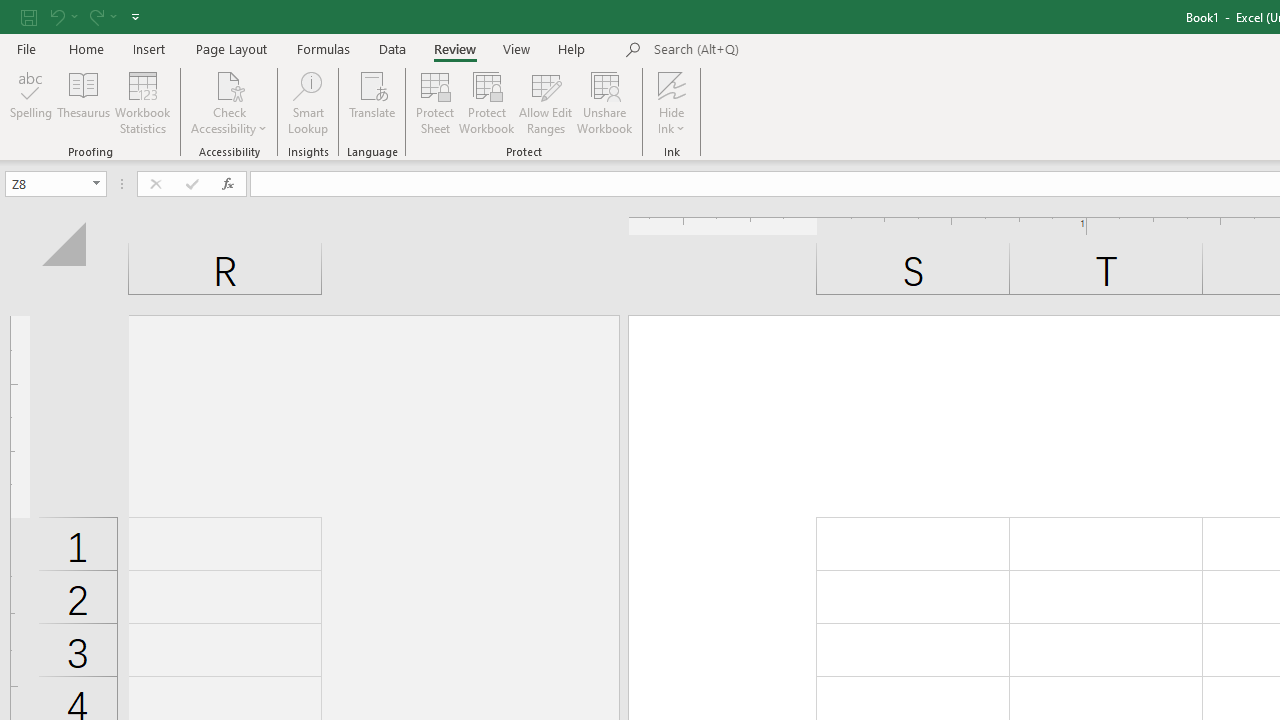  I want to click on 'Workbook Statistics', so click(141, 103).